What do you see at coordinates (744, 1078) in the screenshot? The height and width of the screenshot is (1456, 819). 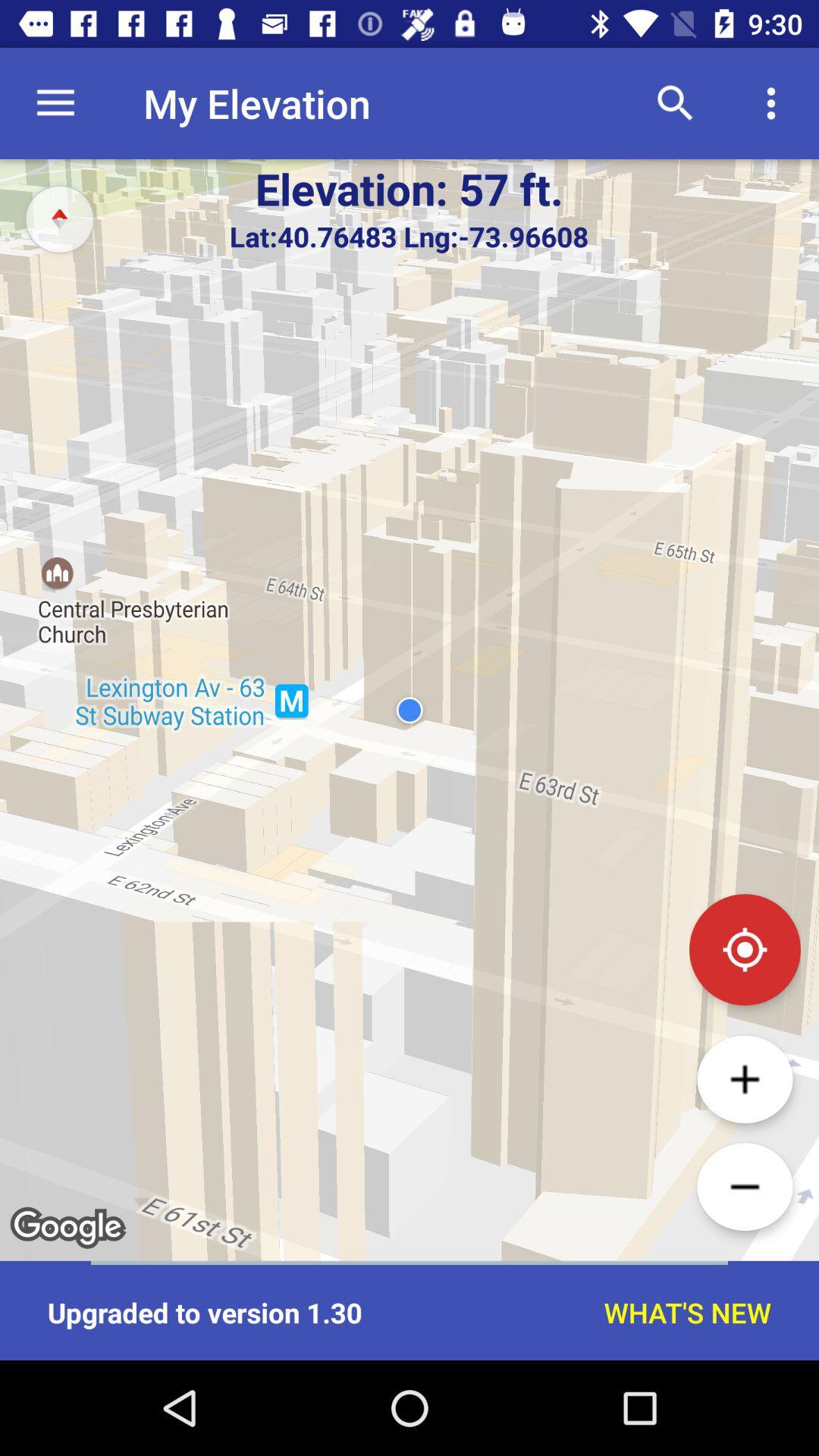 I see `zoom in` at bounding box center [744, 1078].